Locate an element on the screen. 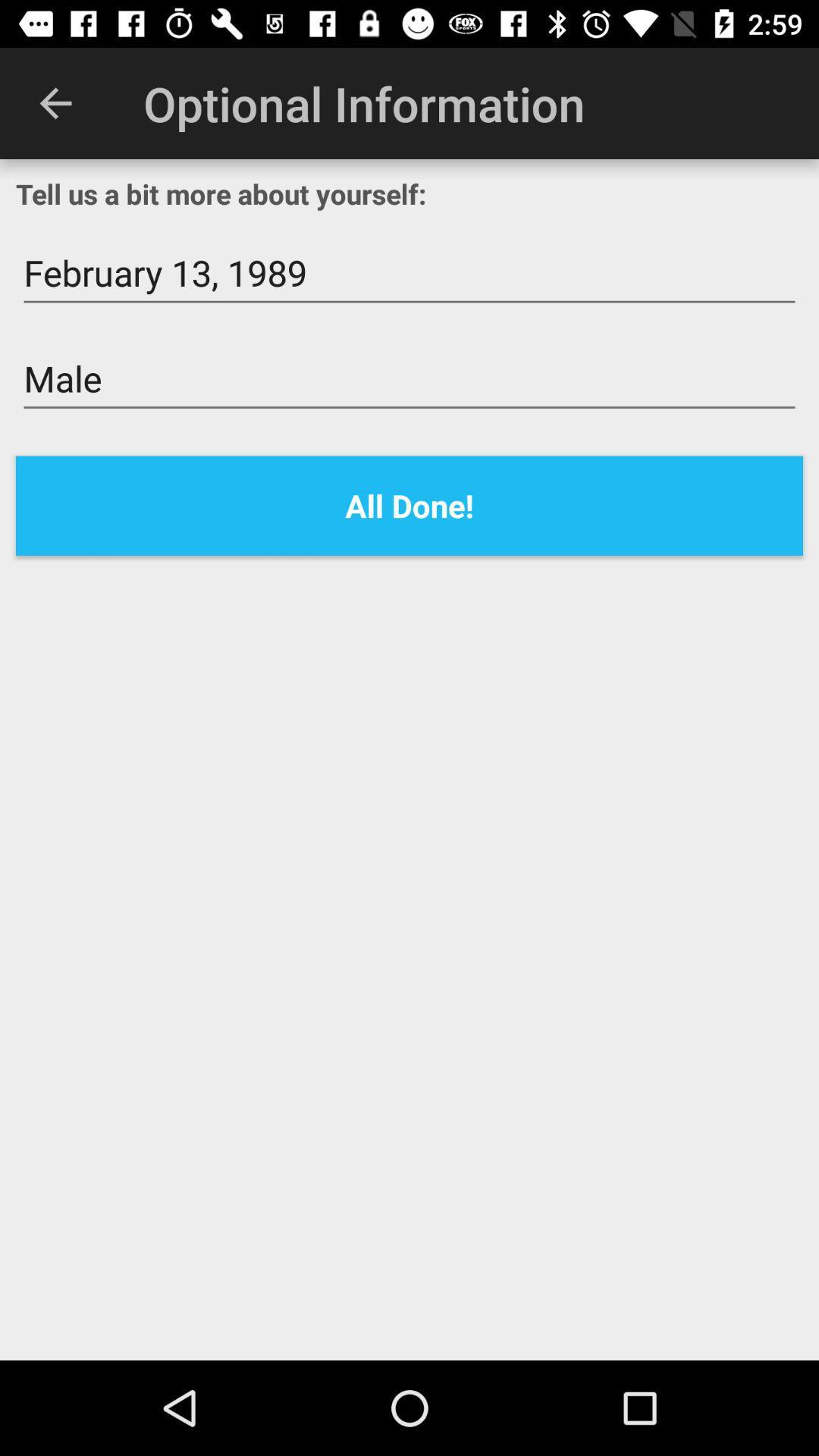 The image size is (819, 1456). the icon below the tell us a is located at coordinates (409, 273).